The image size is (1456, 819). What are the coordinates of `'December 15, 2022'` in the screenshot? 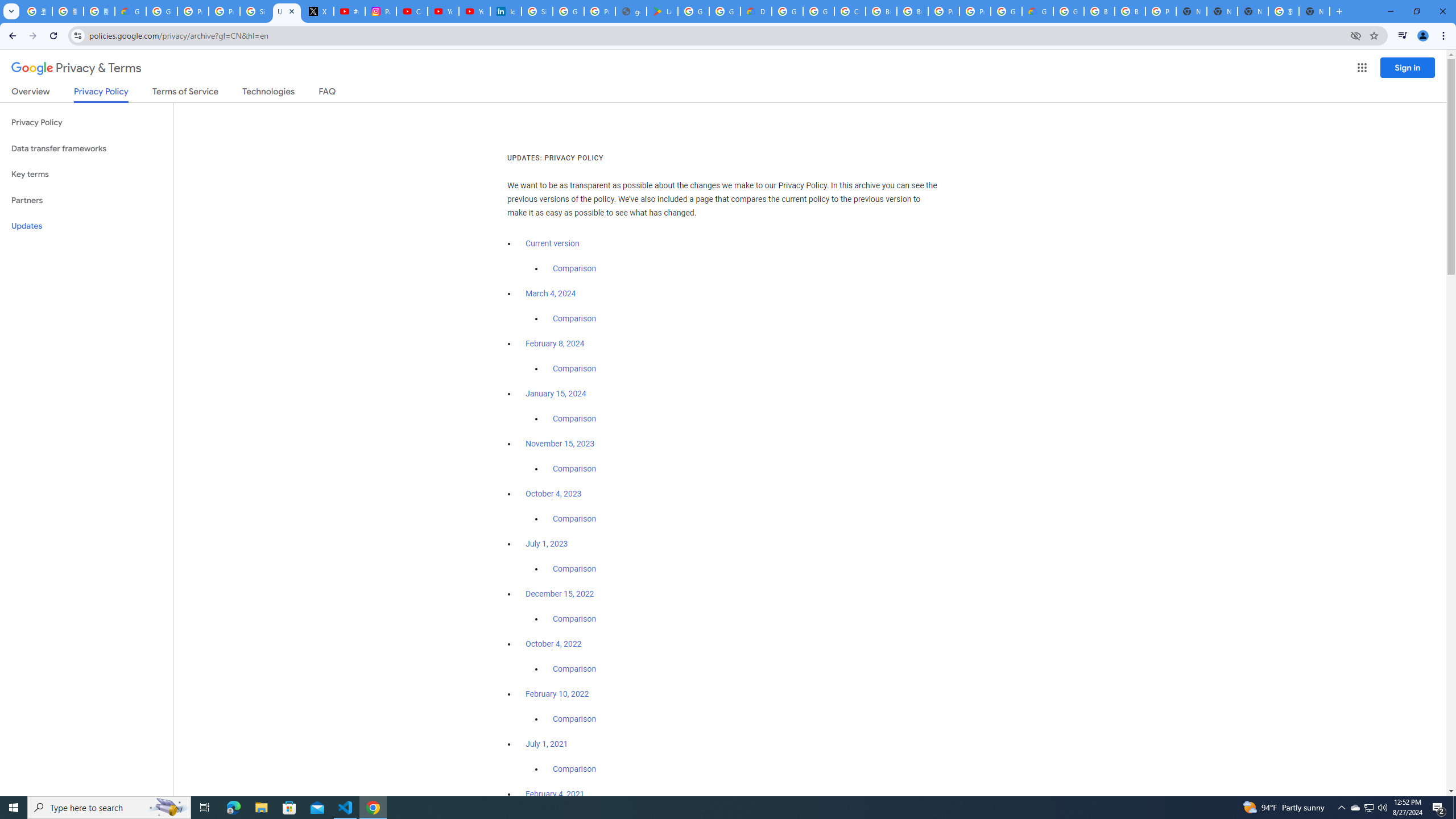 It's located at (559, 593).